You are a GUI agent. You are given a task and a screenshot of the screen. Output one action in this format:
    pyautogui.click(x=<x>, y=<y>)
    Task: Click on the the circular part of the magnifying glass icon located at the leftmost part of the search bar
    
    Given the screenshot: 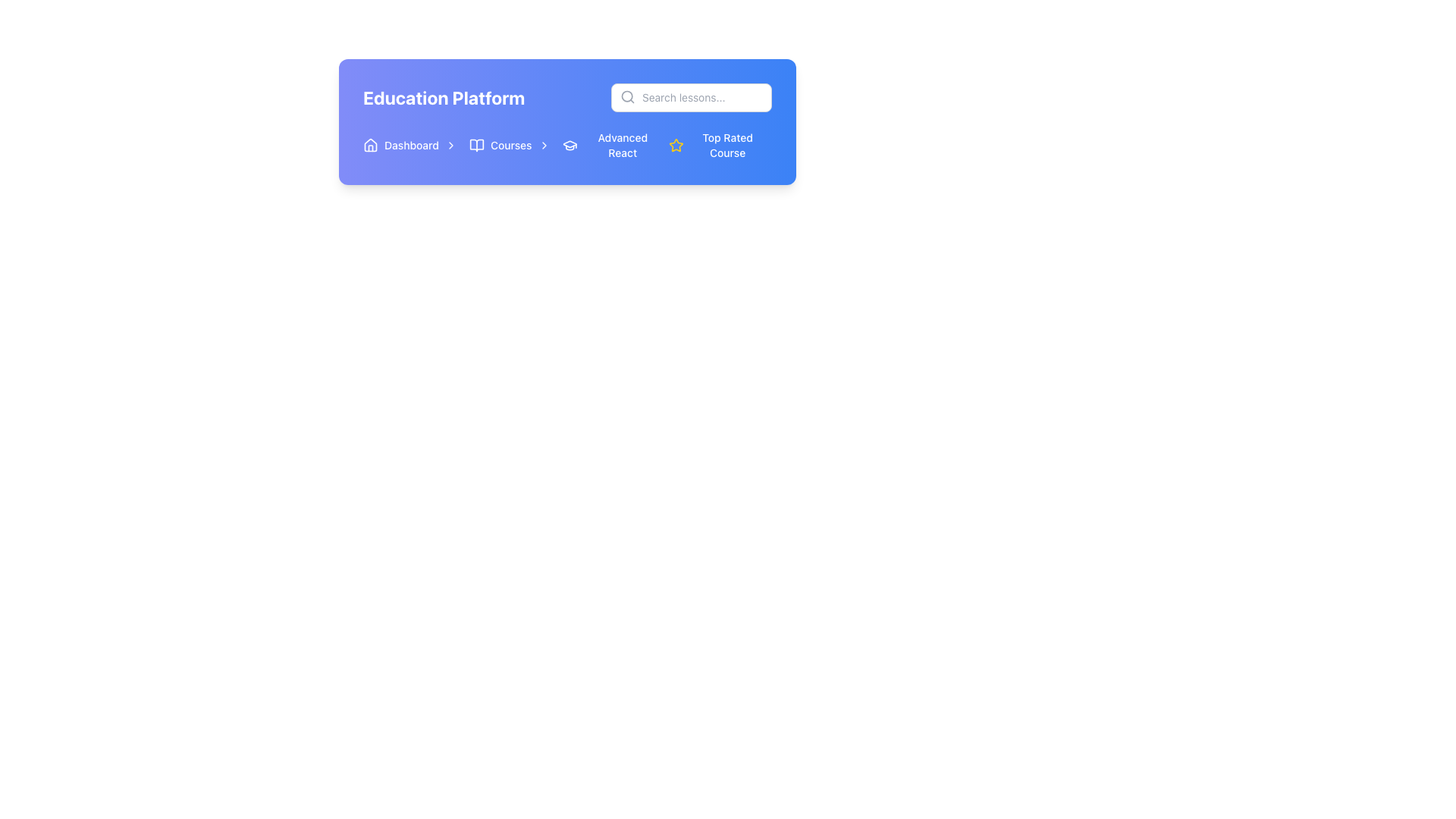 What is the action you would take?
    pyautogui.click(x=627, y=96)
    